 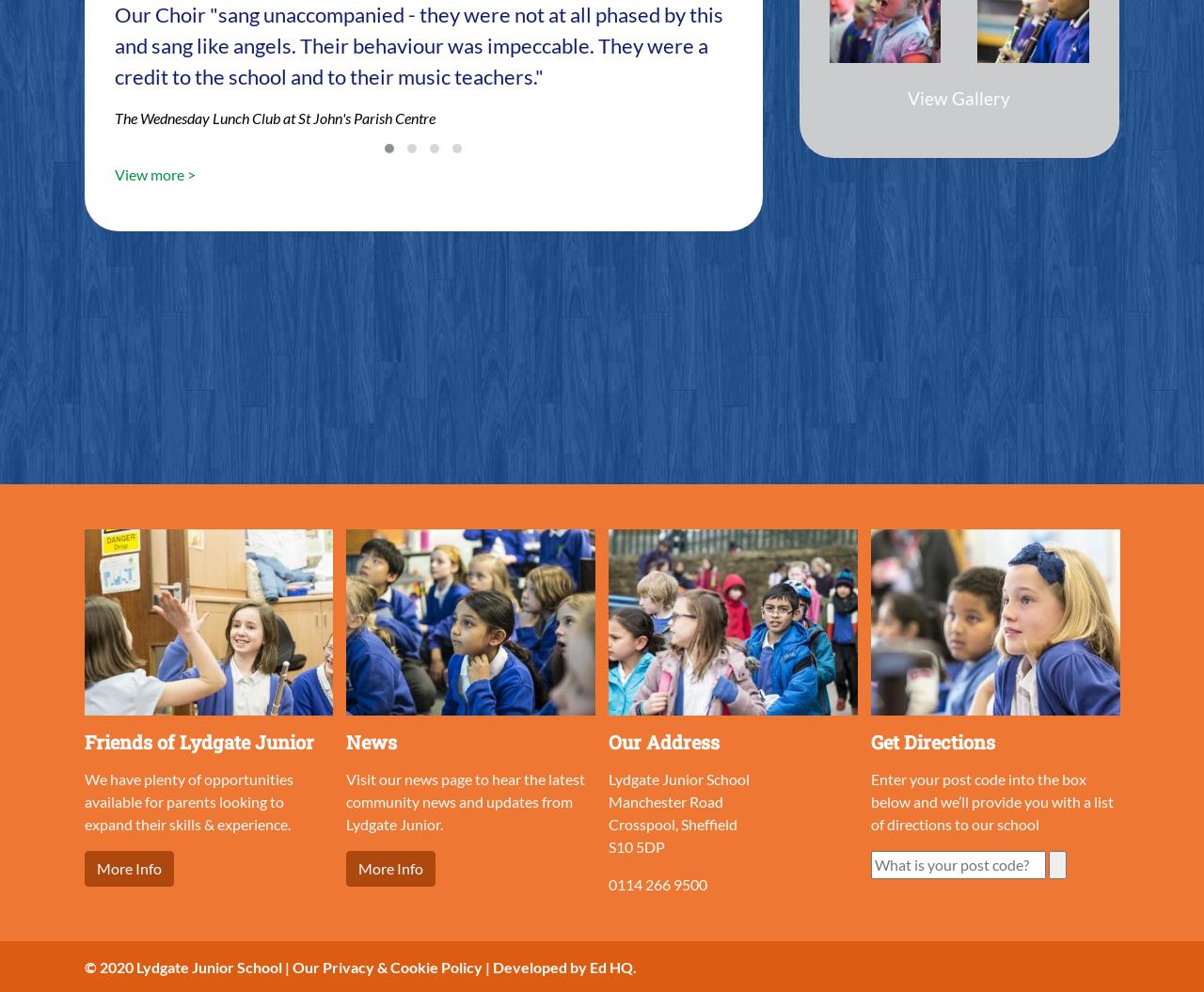 What do you see at coordinates (933, 739) in the screenshot?
I see `'Get Directions'` at bounding box center [933, 739].